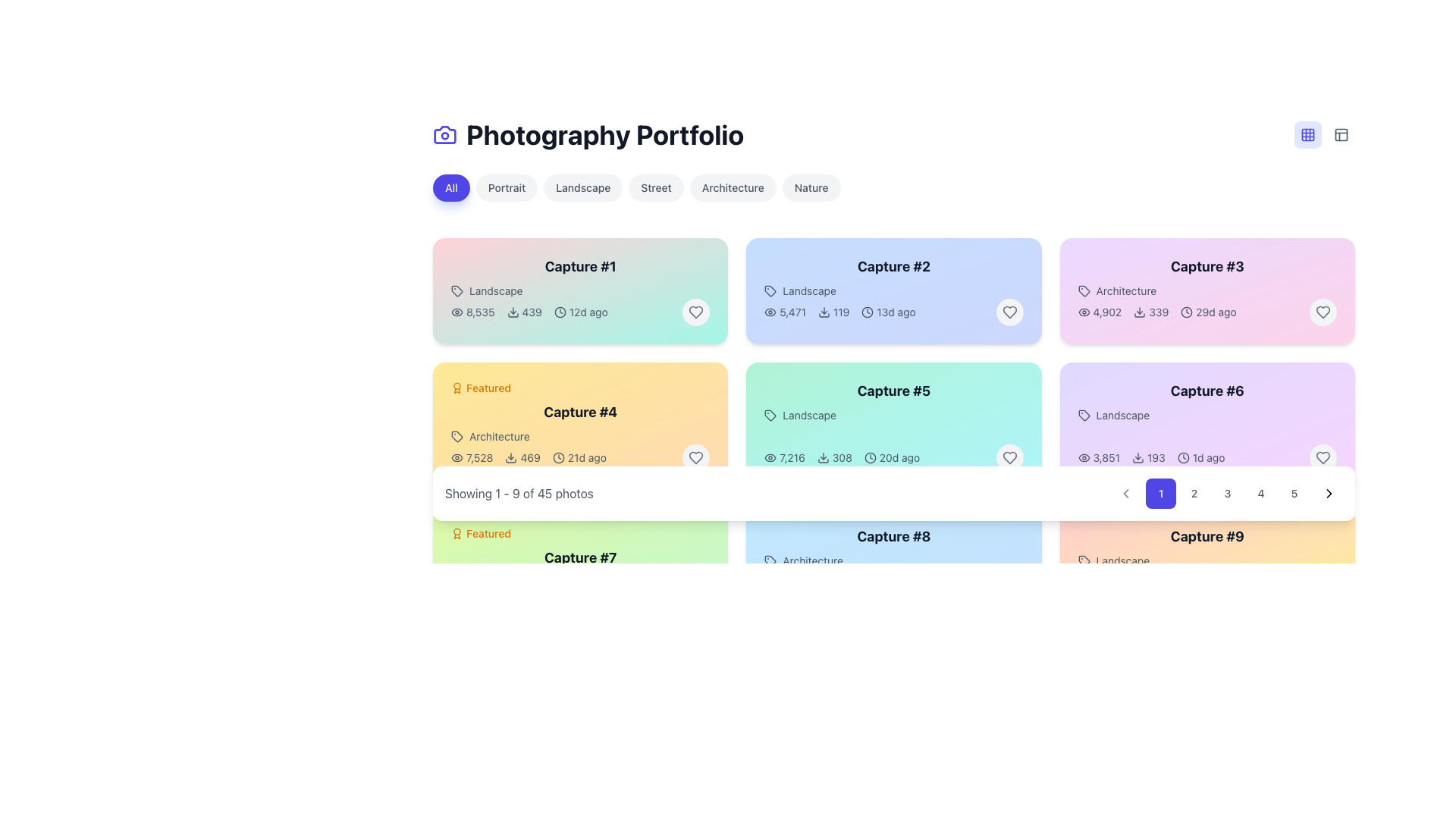  I want to click on text of the title label located in the top-right card of a 3x3 grid, which serves as the header for the associated photo or category, so click(1207, 265).